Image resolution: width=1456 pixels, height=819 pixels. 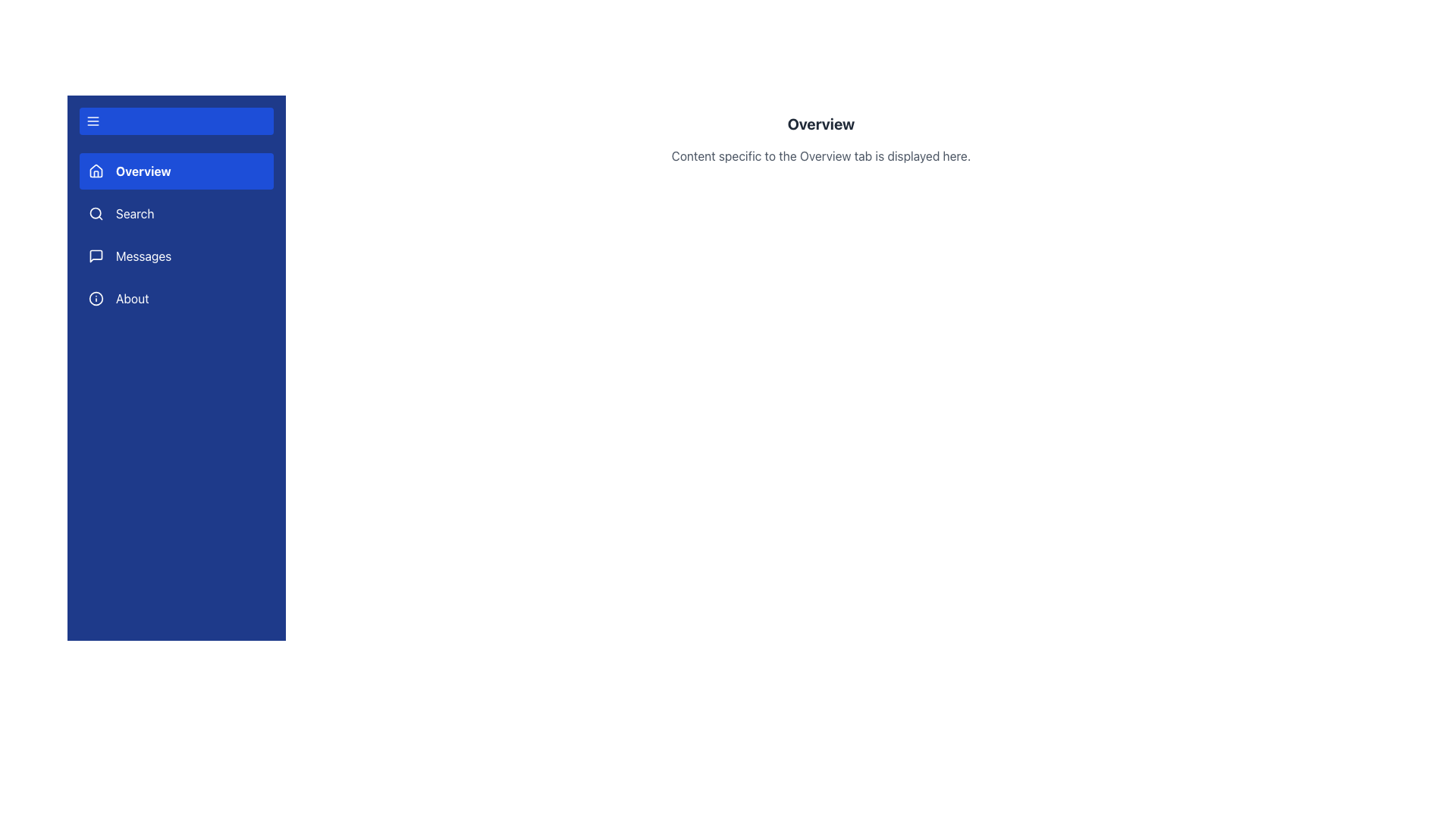 I want to click on information presented in the light gray text label stating 'Content specific to the Overview tab is displayed here.' which is located directly below the bold 'Overview' header, so click(x=821, y=155).